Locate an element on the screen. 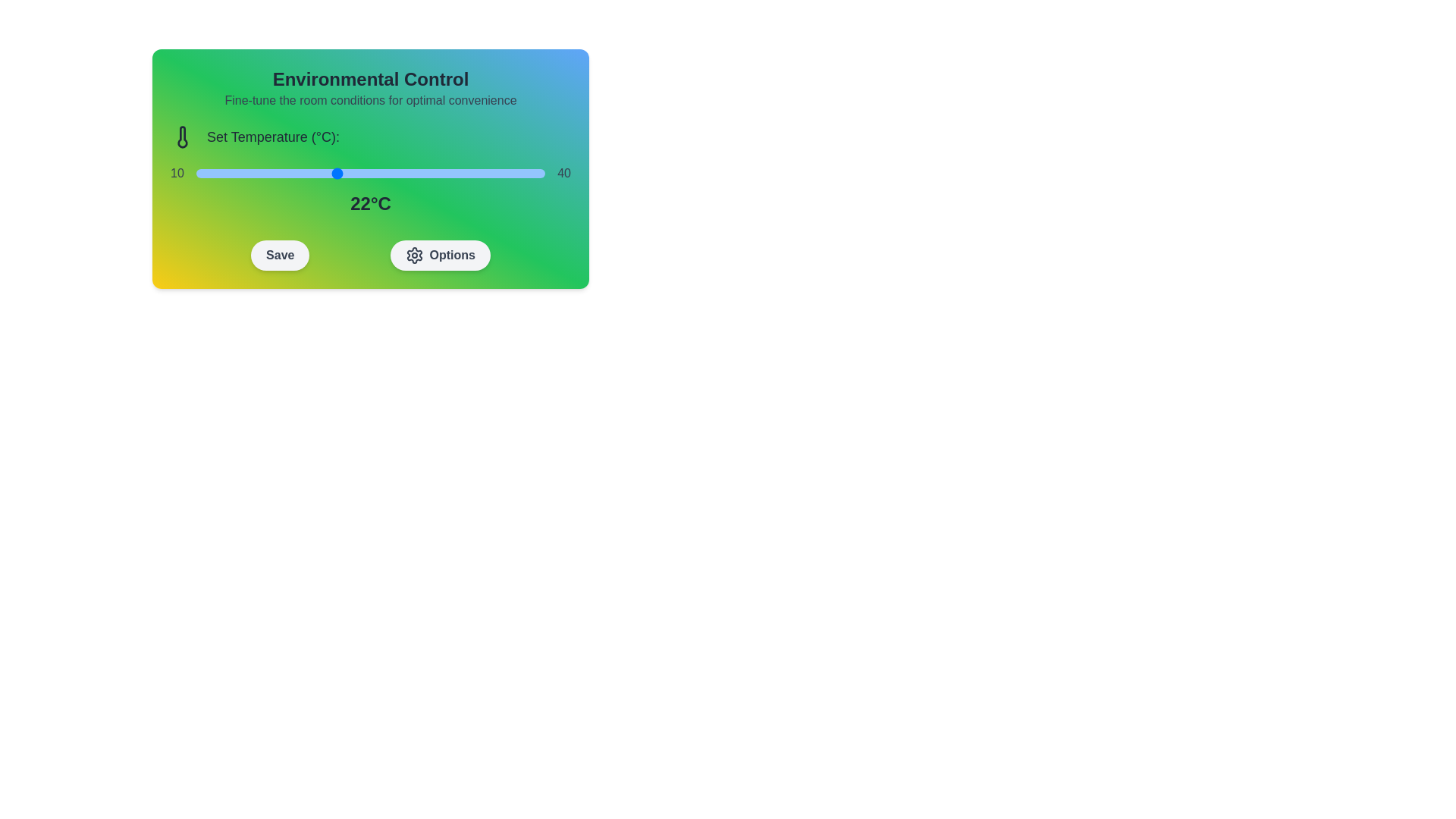  the temperature is located at coordinates (428, 172).